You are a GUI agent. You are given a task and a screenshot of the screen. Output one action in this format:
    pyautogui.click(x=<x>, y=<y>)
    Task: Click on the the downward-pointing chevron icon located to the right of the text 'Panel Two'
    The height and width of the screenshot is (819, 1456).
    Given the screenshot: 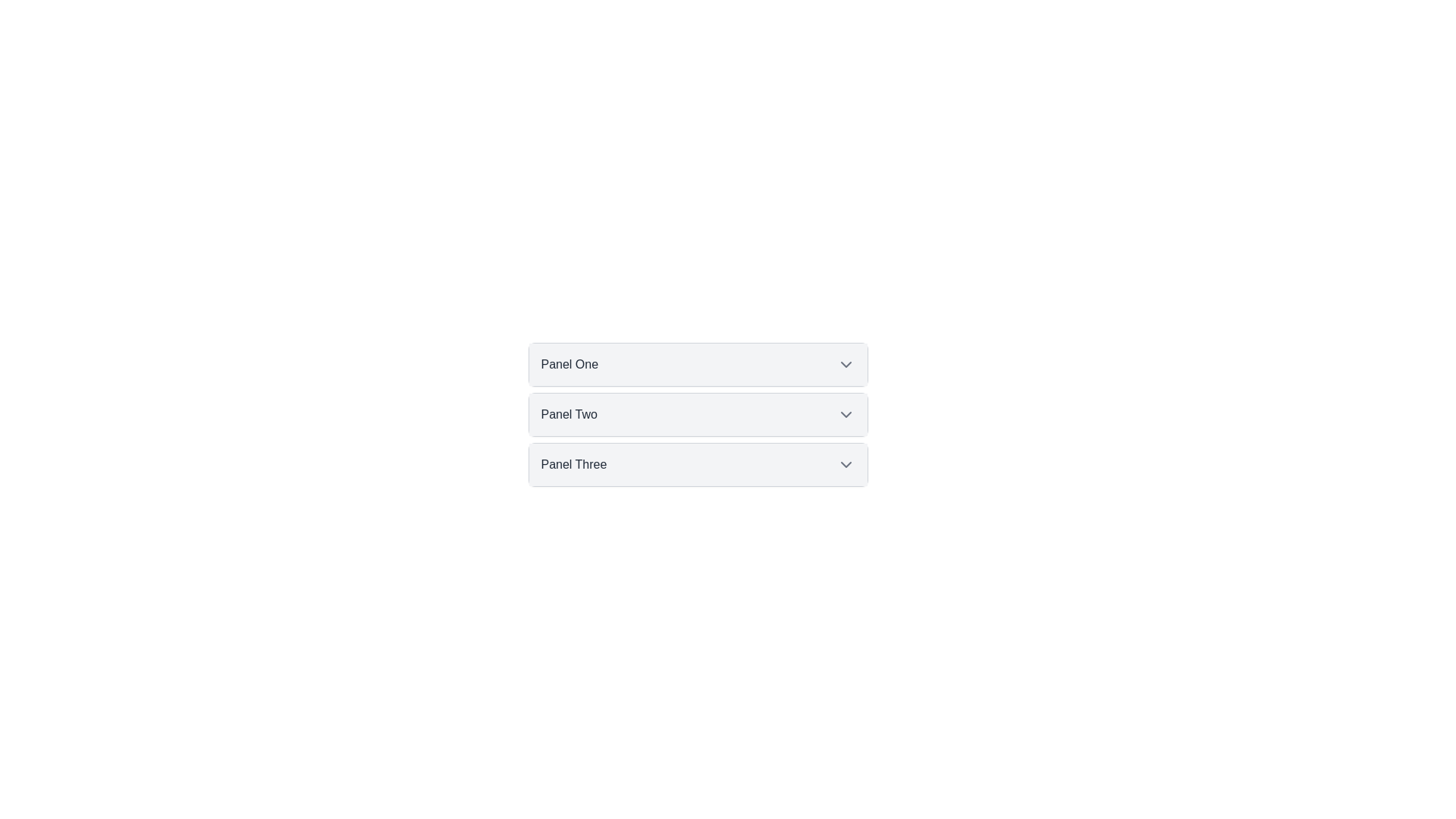 What is the action you would take?
    pyautogui.click(x=845, y=415)
    